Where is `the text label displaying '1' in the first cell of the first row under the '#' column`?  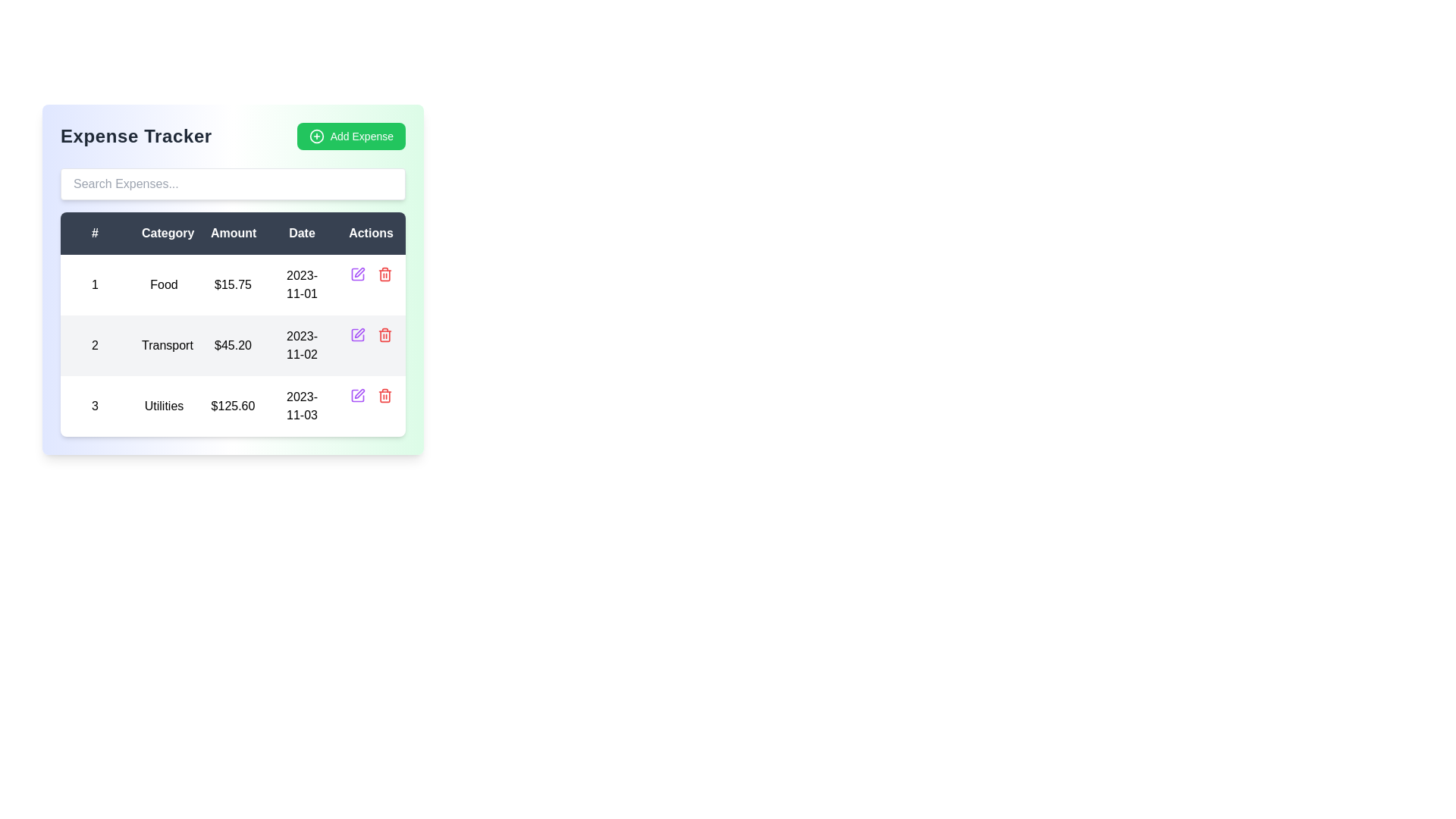
the text label displaying '1' in the first cell of the first row under the '#' column is located at coordinates (94, 284).